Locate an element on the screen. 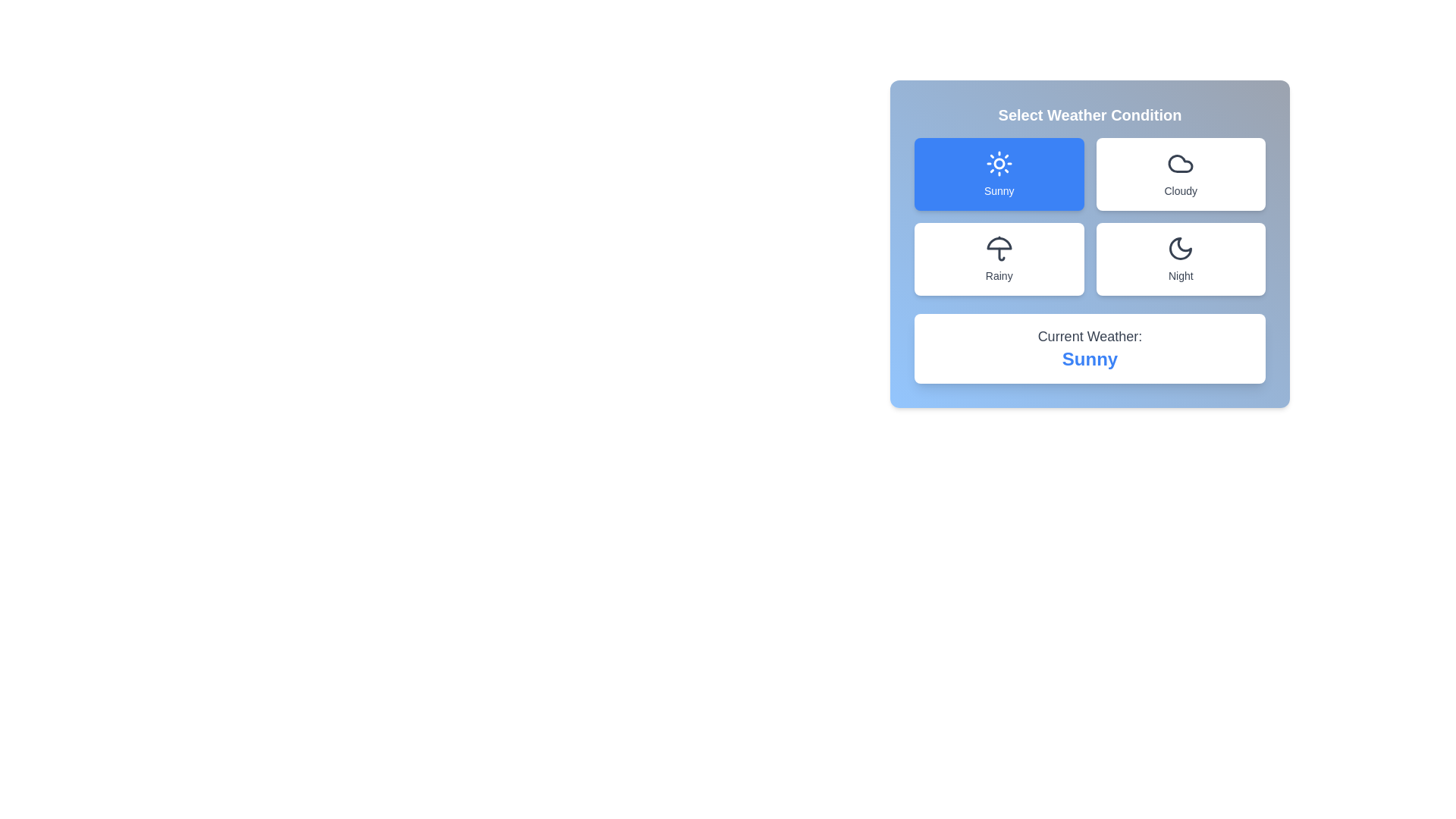  the weather condition Sunny by clicking the corresponding button is located at coordinates (999, 174).